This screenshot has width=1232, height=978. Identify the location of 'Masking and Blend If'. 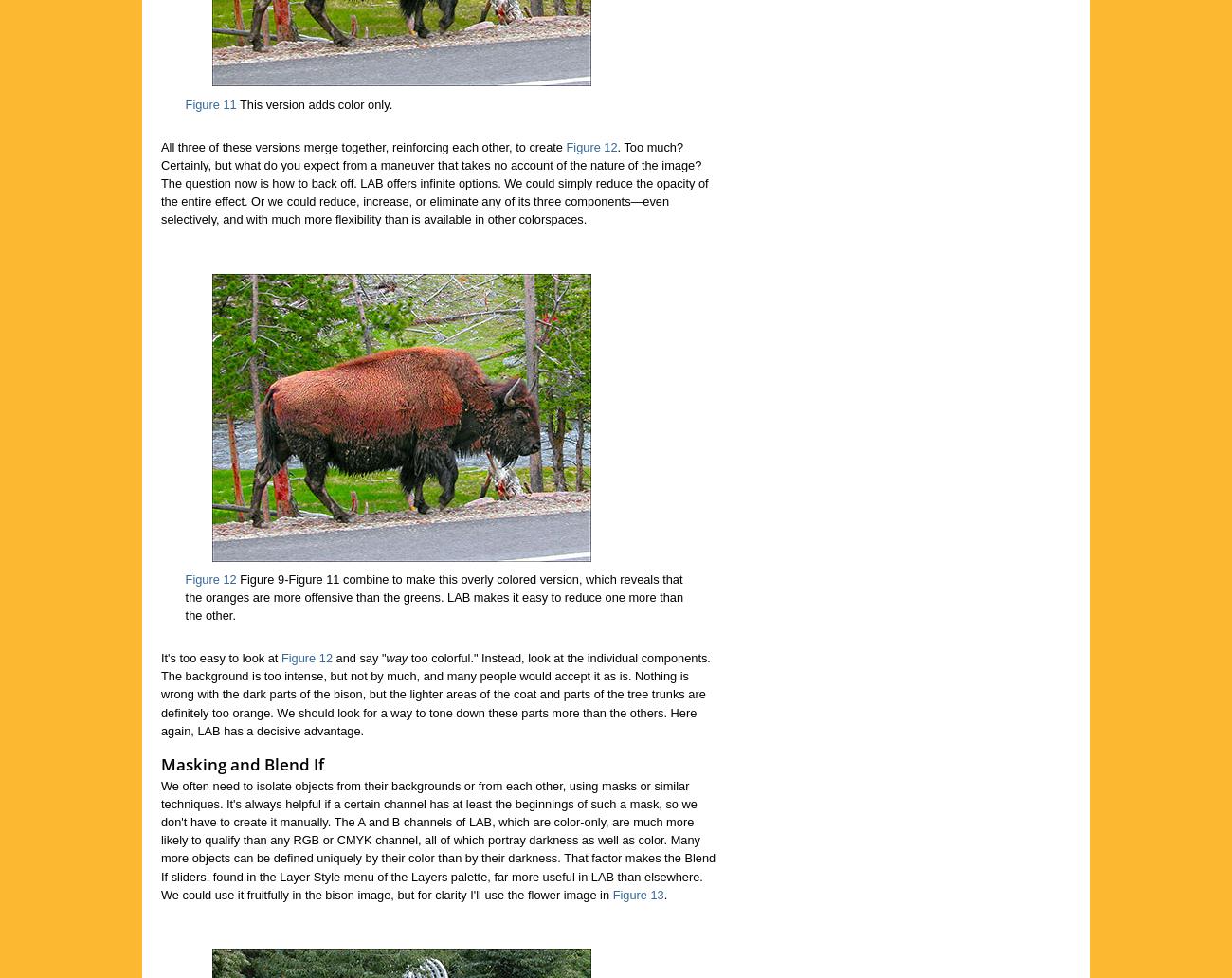
(241, 763).